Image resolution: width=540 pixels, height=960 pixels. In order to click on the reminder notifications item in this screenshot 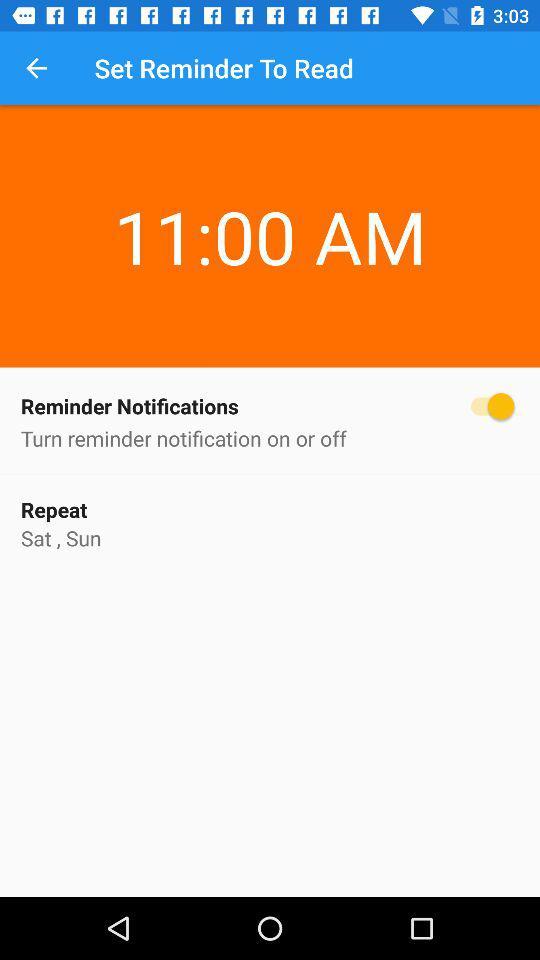, I will do `click(270, 405)`.